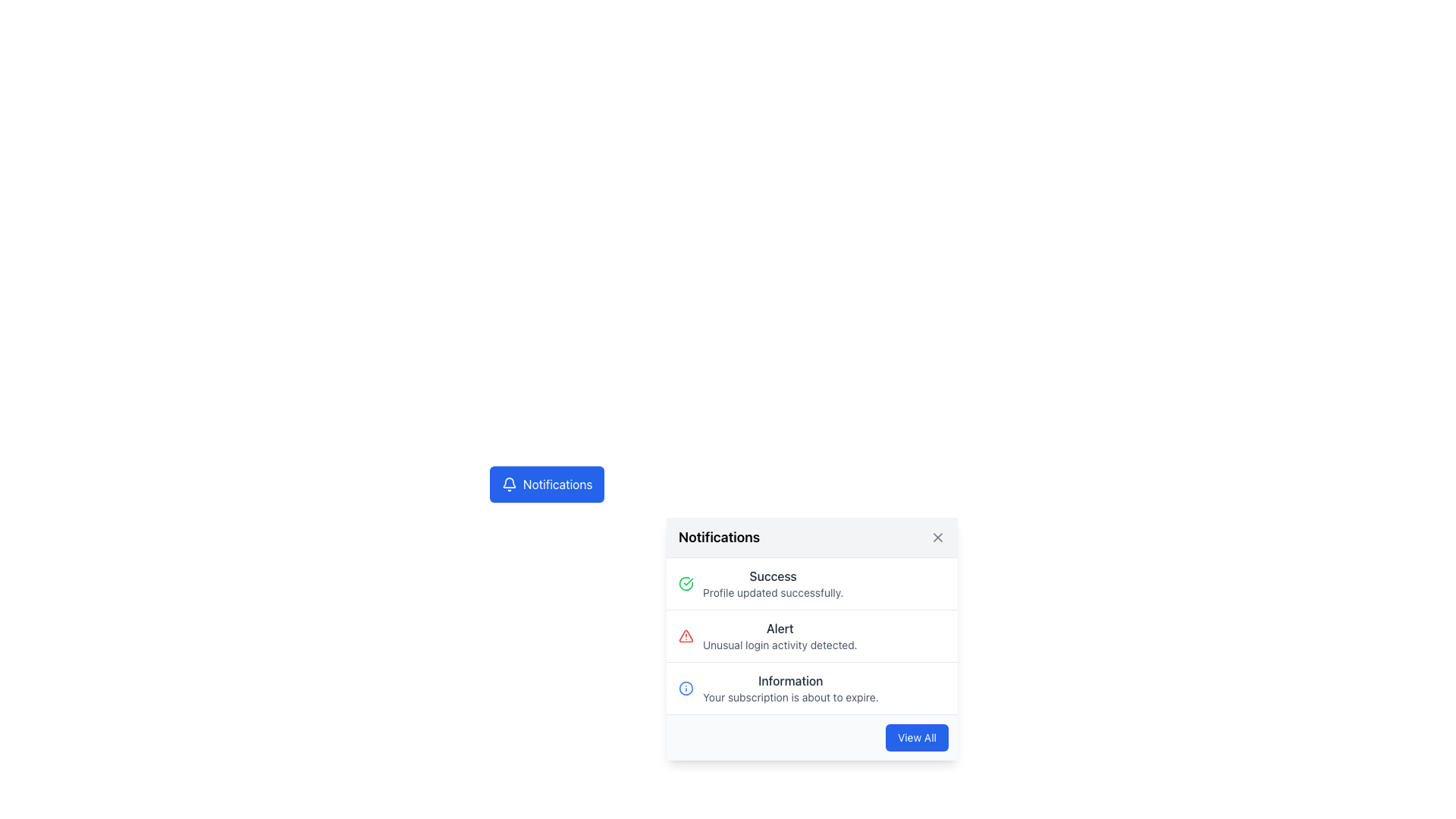 The height and width of the screenshot is (819, 1456). I want to click on the notifications button located at the bottom of the notifications panel, so click(916, 736).